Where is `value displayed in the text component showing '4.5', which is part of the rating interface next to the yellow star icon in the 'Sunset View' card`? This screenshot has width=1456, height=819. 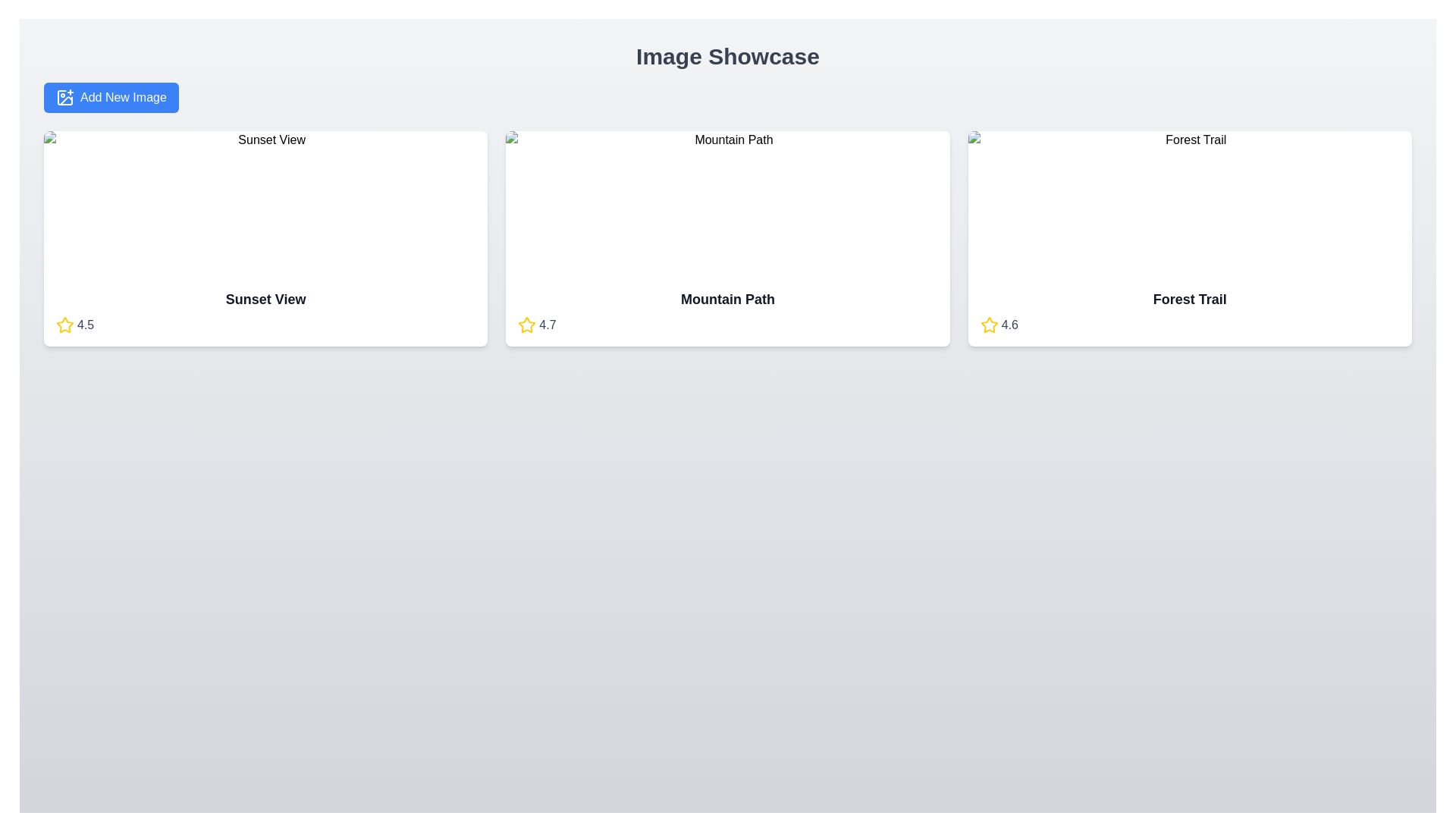
value displayed in the text component showing '4.5', which is part of the rating interface next to the yellow star icon in the 'Sunset View' card is located at coordinates (85, 324).